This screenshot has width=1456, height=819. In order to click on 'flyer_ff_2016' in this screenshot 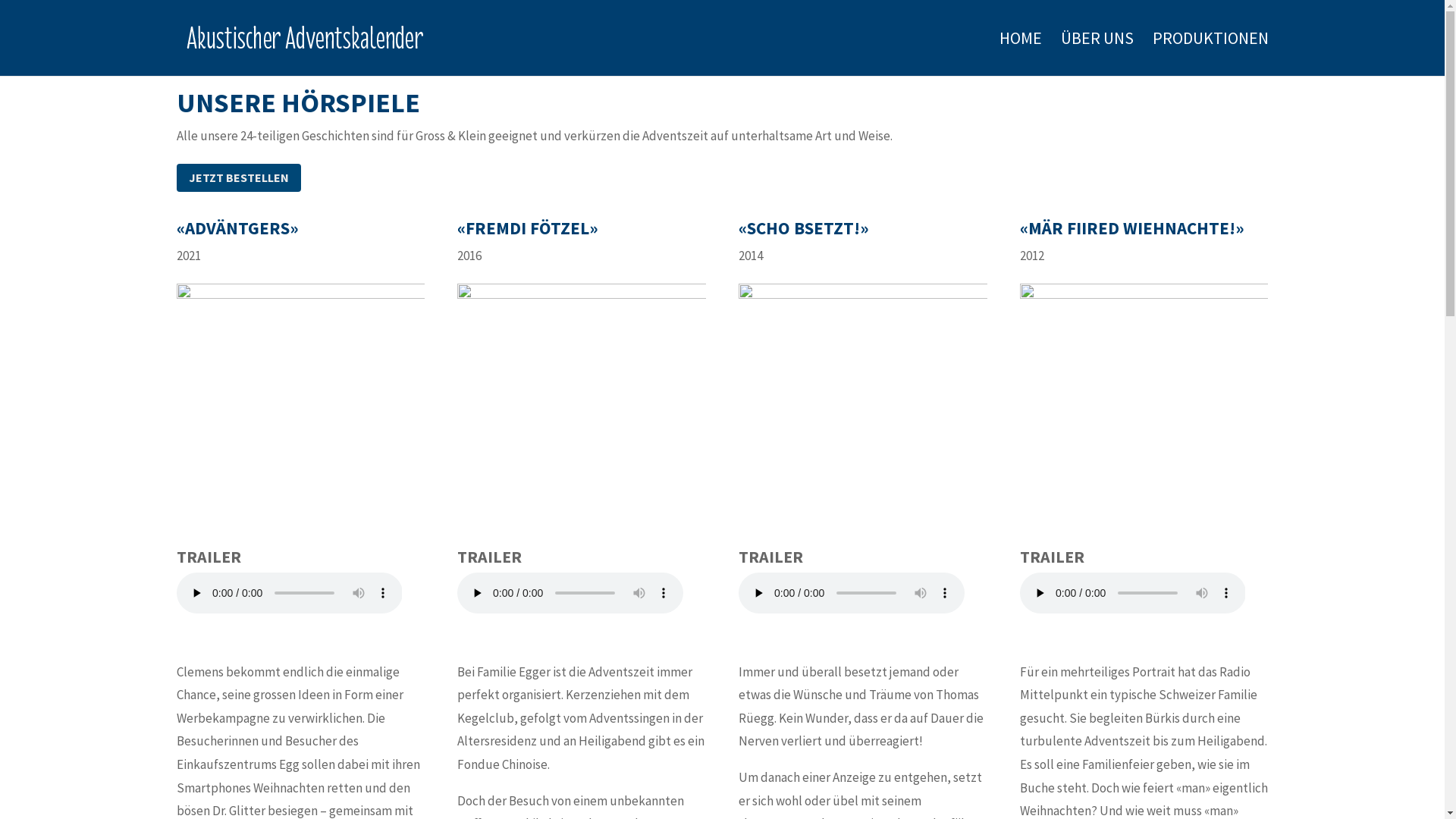, I will do `click(581, 406)`.